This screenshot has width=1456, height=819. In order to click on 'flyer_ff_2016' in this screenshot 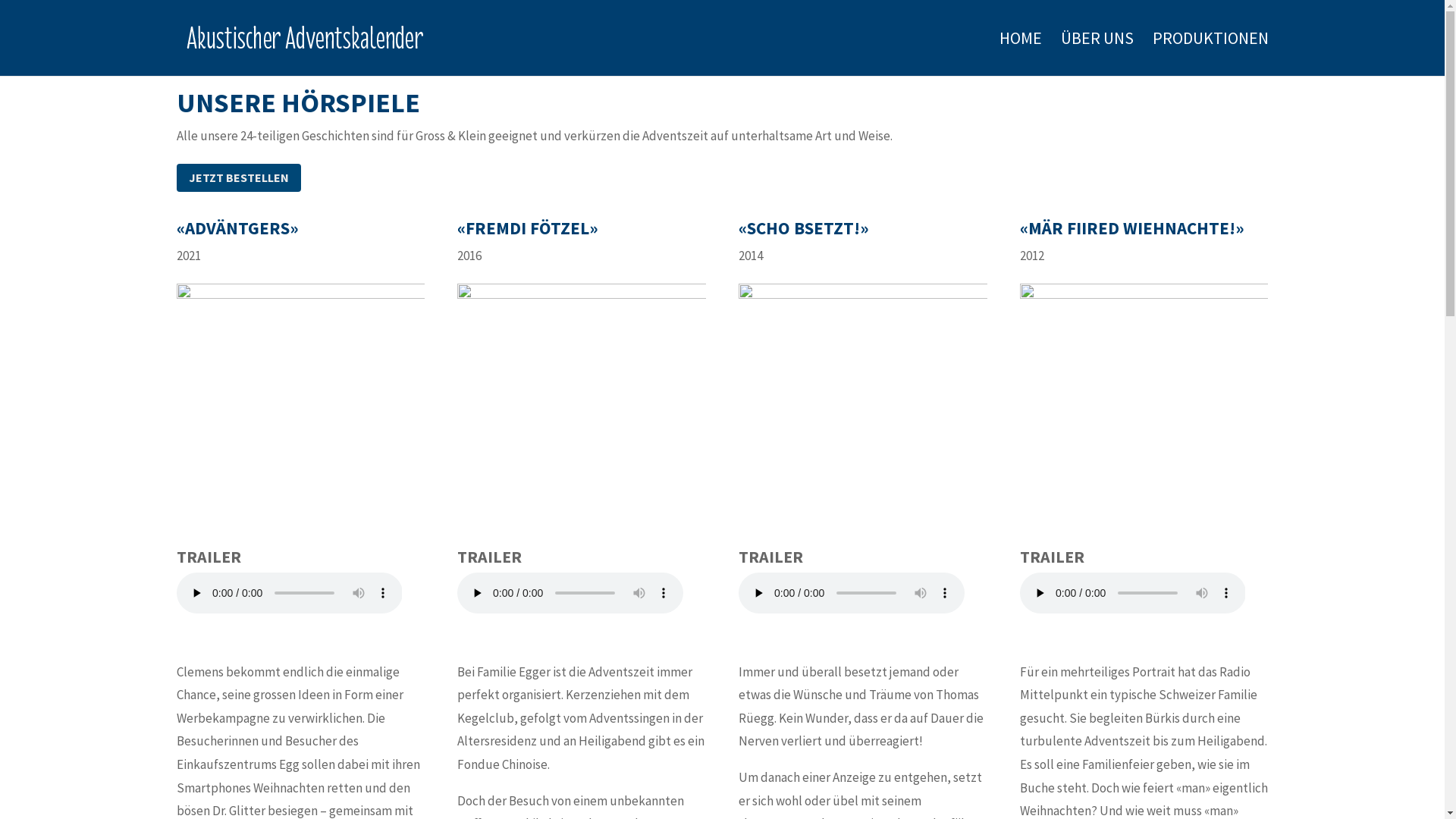, I will do `click(581, 406)`.